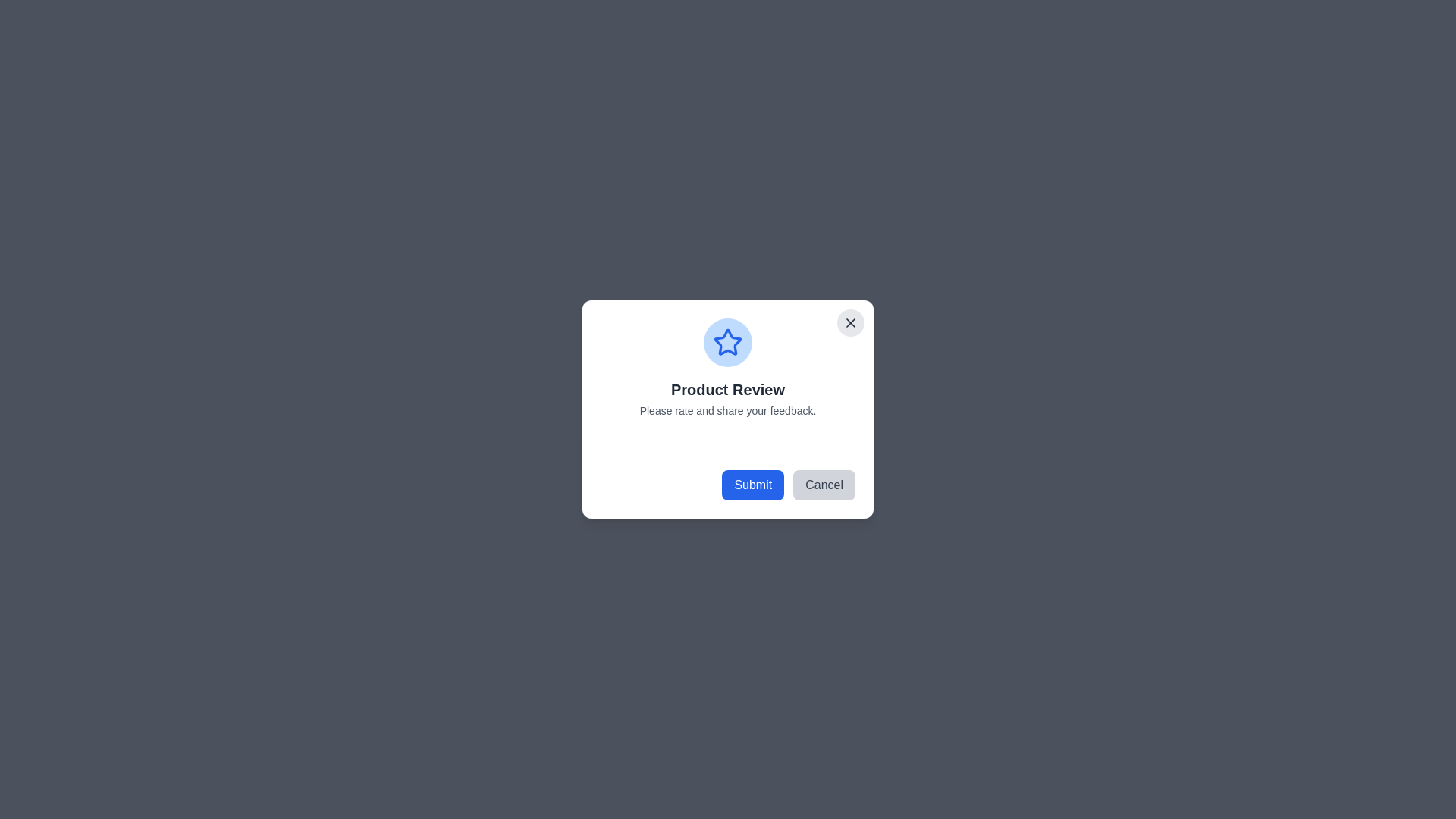  Describe the element at coordinates (753, 485) in the screenshot. I see `the rectangular 'Submit' button with a blue background and white text, located under the 'Product Review' text in the dialog box` at that location.